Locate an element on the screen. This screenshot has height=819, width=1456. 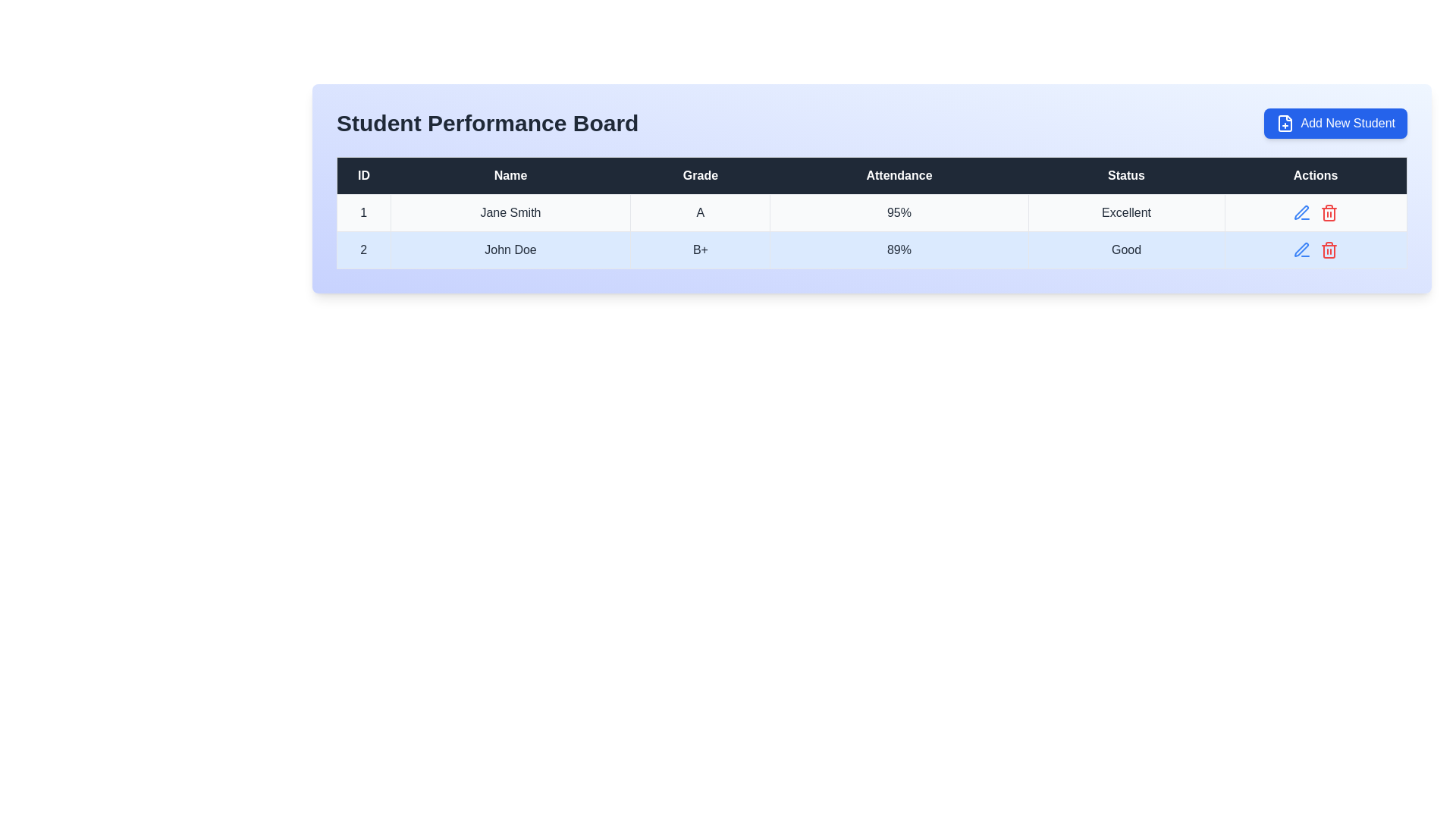
the table cell containing the number '1', styled in a standard sans-serif font is located at coordinates (362, 213).